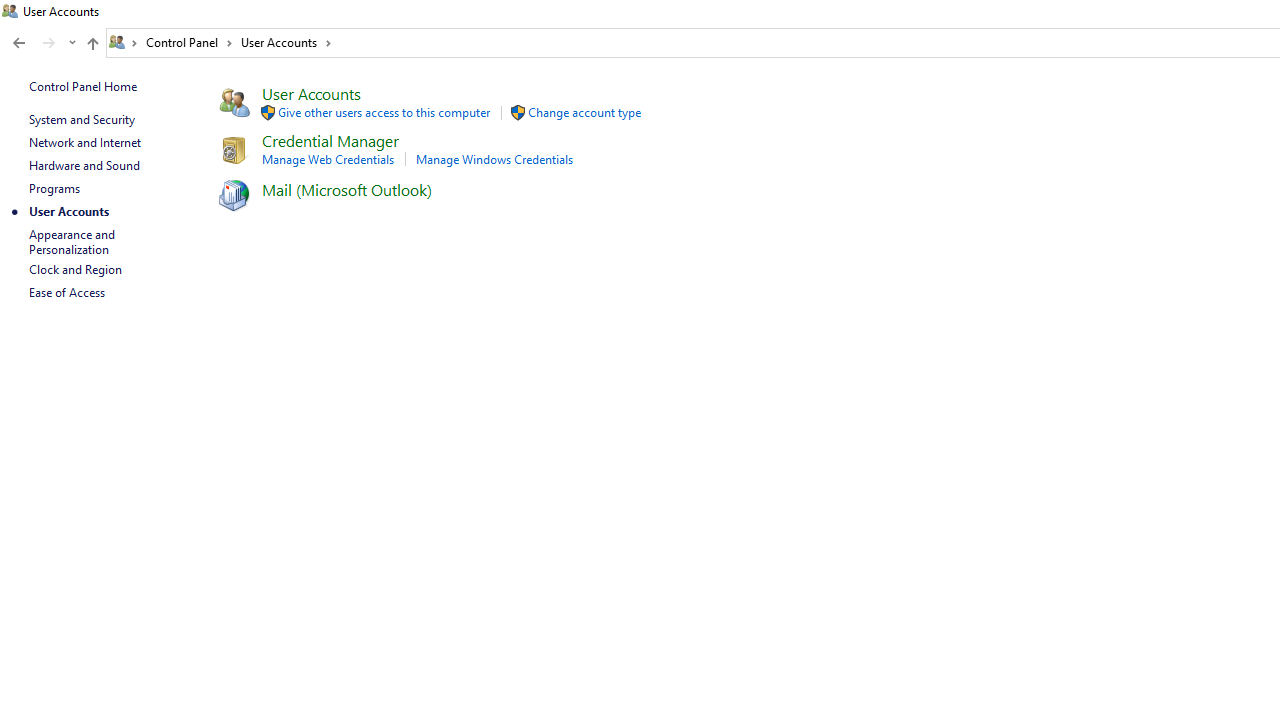  Describe the element at coordinates (71, 43) in the screenshot. I see `'Recent locations'` at that location.